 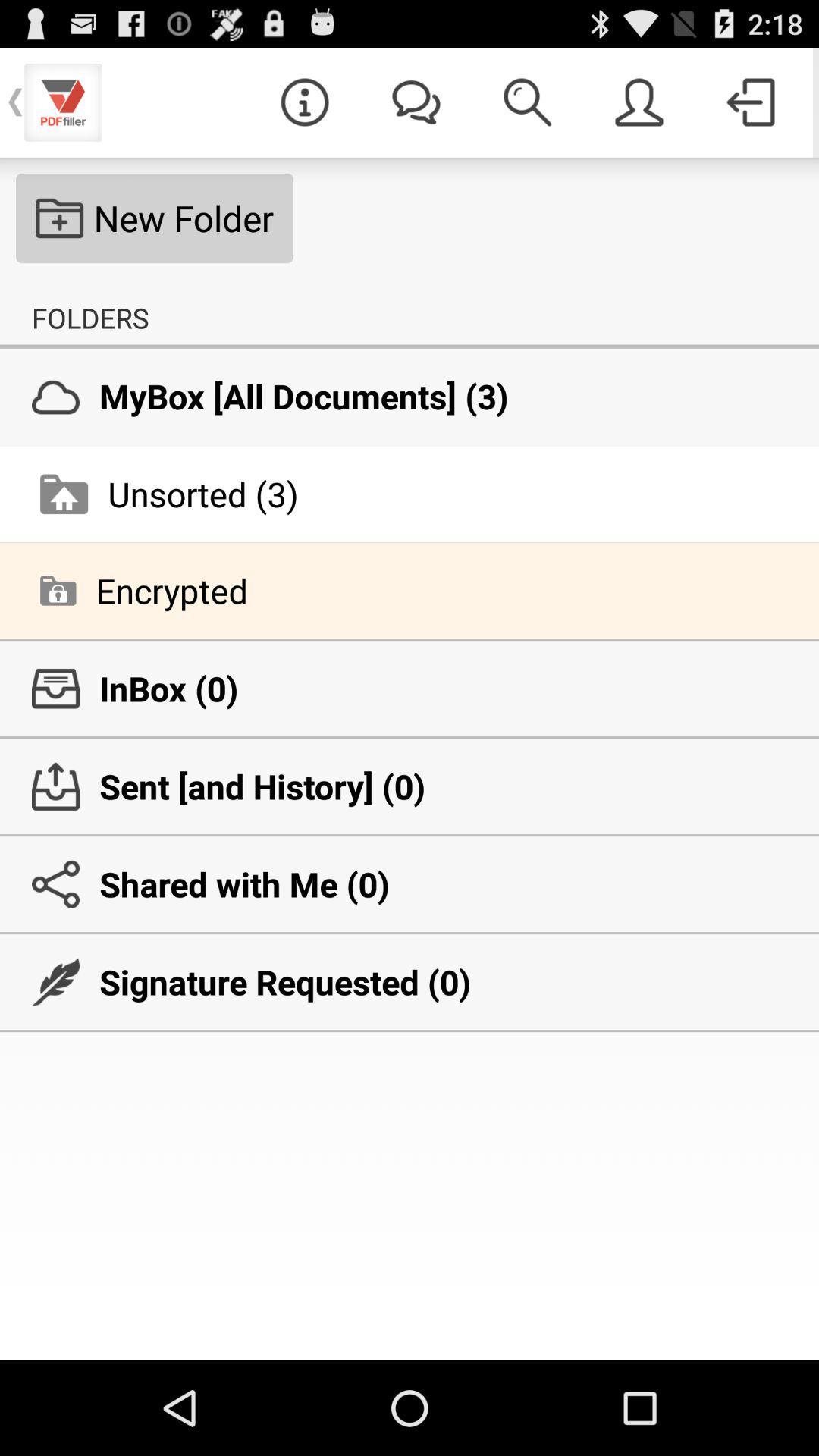 I want to click on signature requested (0) icon, so click(x=409, y=982).